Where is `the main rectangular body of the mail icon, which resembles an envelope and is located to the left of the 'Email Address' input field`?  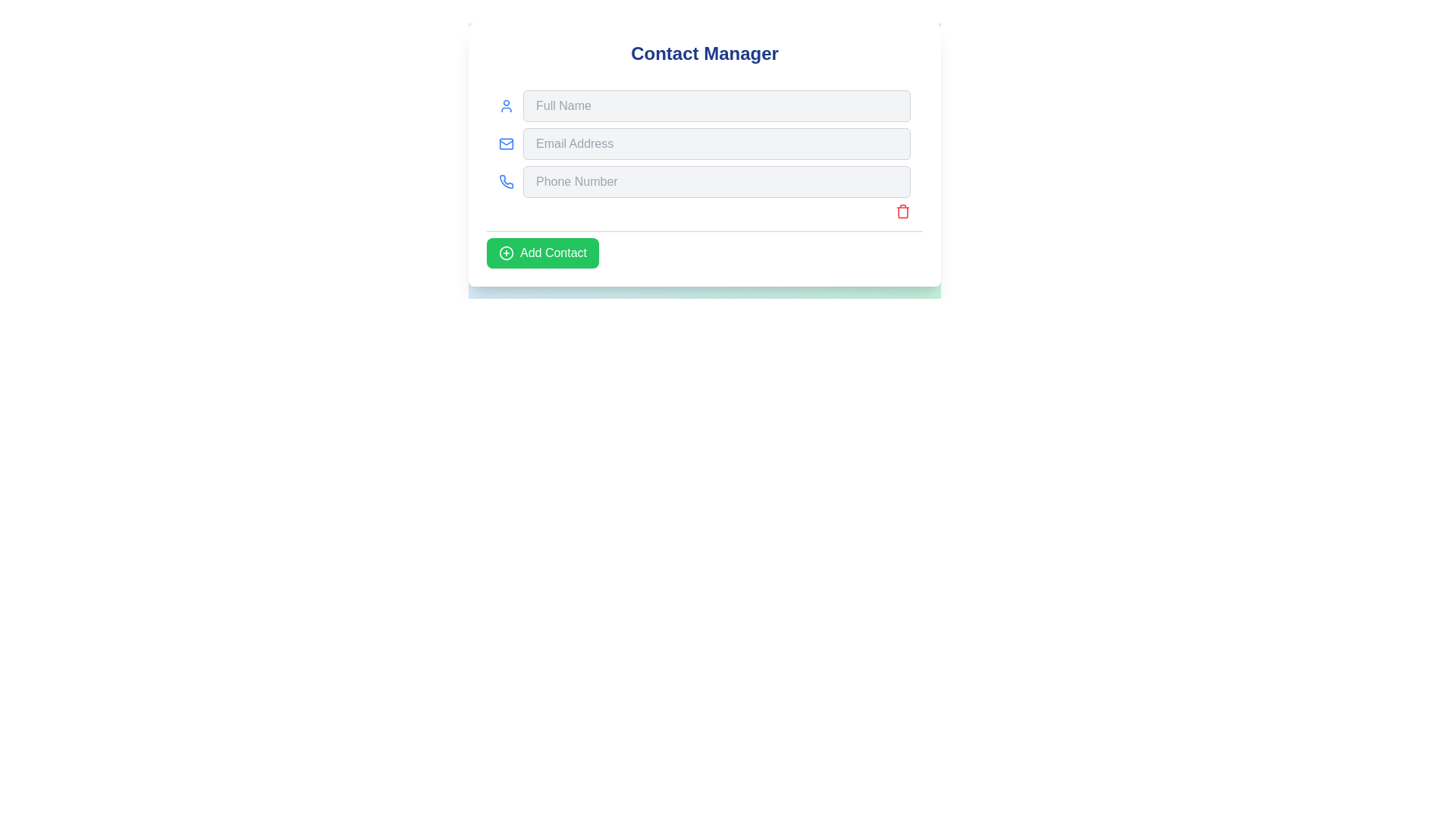 the main rectangular body of the mail icon, which resembles an envelope and is located to the left of the 'Email Address' input field is located at coordinates (506, 143).